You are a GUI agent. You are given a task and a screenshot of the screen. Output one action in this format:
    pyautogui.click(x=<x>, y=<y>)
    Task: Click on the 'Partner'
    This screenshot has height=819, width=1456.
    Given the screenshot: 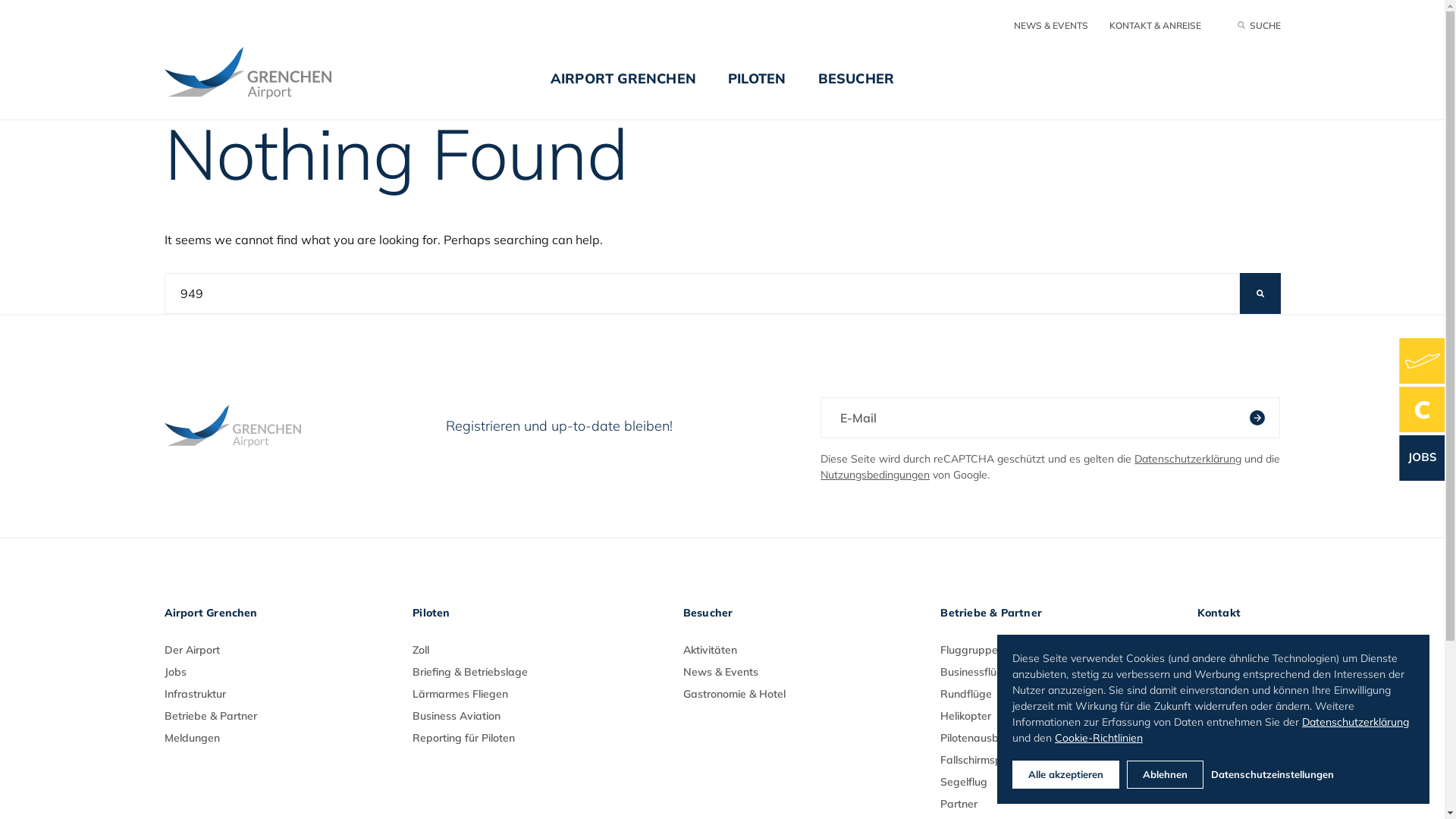 What is the action you would take?
    pyautogui.click(x=939, y=803)
    